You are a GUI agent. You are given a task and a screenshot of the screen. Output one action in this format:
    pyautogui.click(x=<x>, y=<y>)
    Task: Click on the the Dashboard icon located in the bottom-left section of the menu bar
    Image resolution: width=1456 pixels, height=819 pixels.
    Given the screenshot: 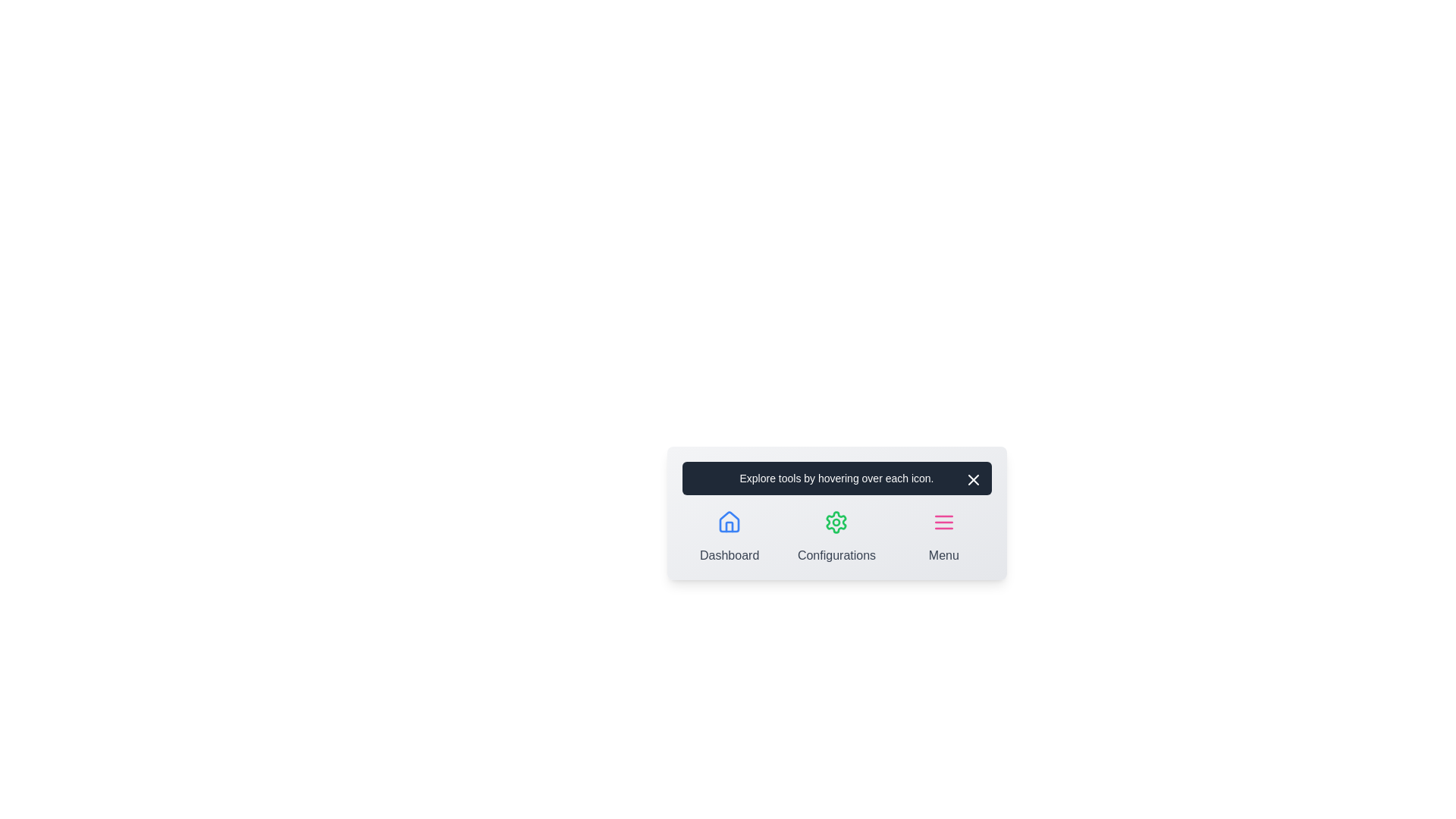 What is the action you would take?
    pyautogui.click(x=730, y=522)
    